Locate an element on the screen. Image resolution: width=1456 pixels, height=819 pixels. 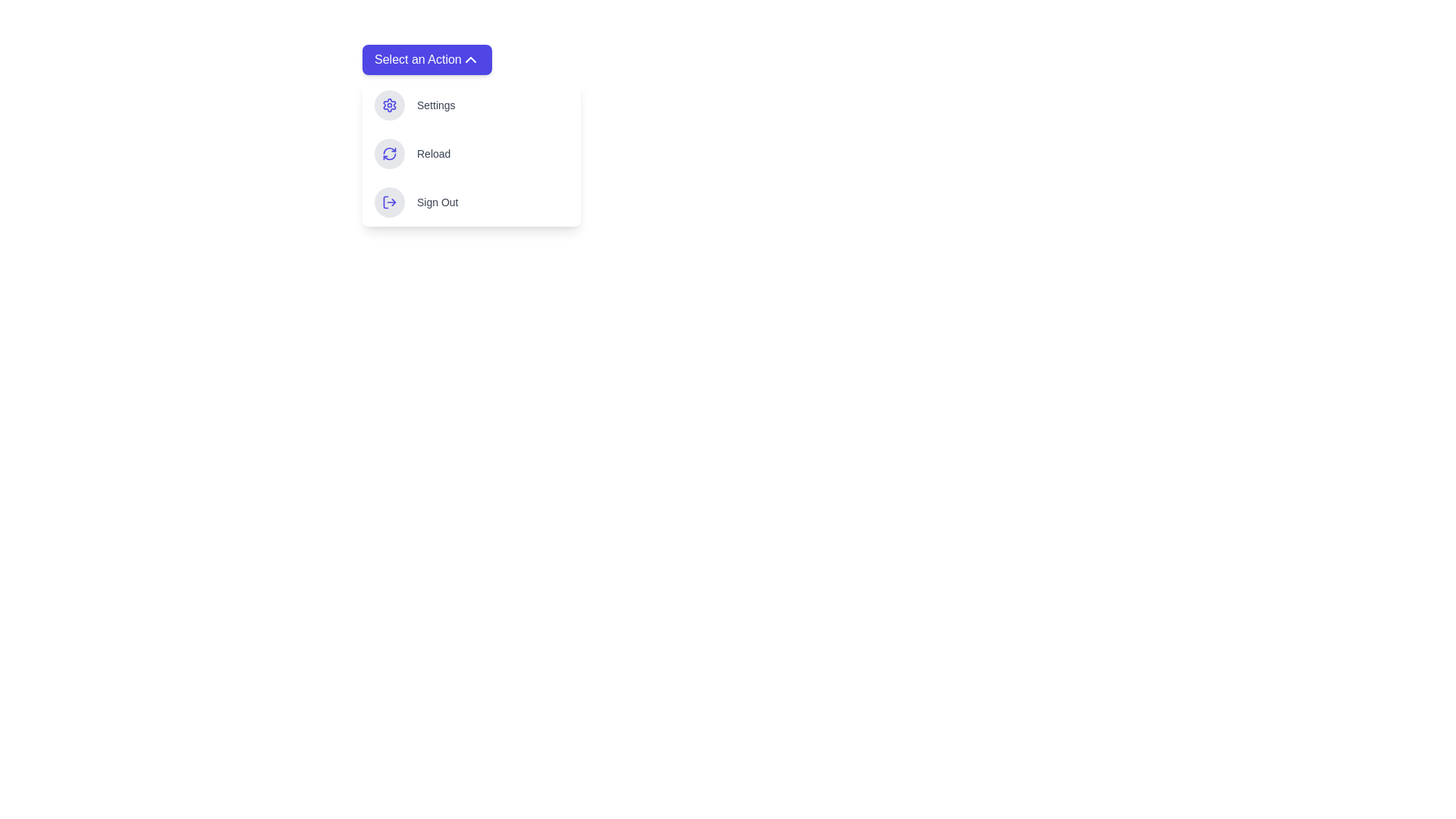
the chevron-up icon located on the right edge of the 'Select an Action' button is located at coordinates (469, 58).